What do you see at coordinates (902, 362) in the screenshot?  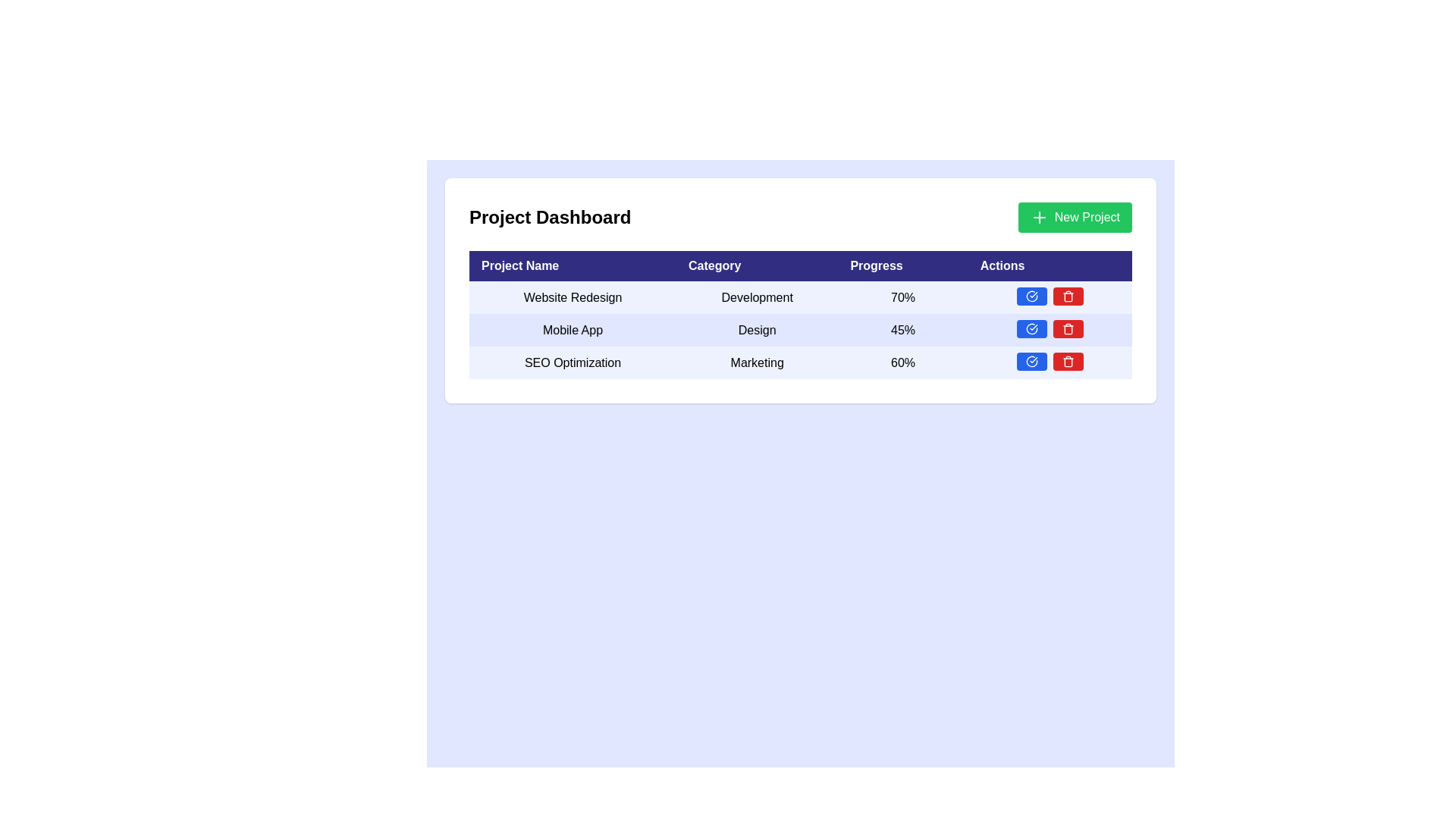 I see `the Text Label in the 'Progress' column of the third row, which indicates the progress percentage for 'SEO Optimization' under the 'Project Name' column` at bounding box center [902, 362].